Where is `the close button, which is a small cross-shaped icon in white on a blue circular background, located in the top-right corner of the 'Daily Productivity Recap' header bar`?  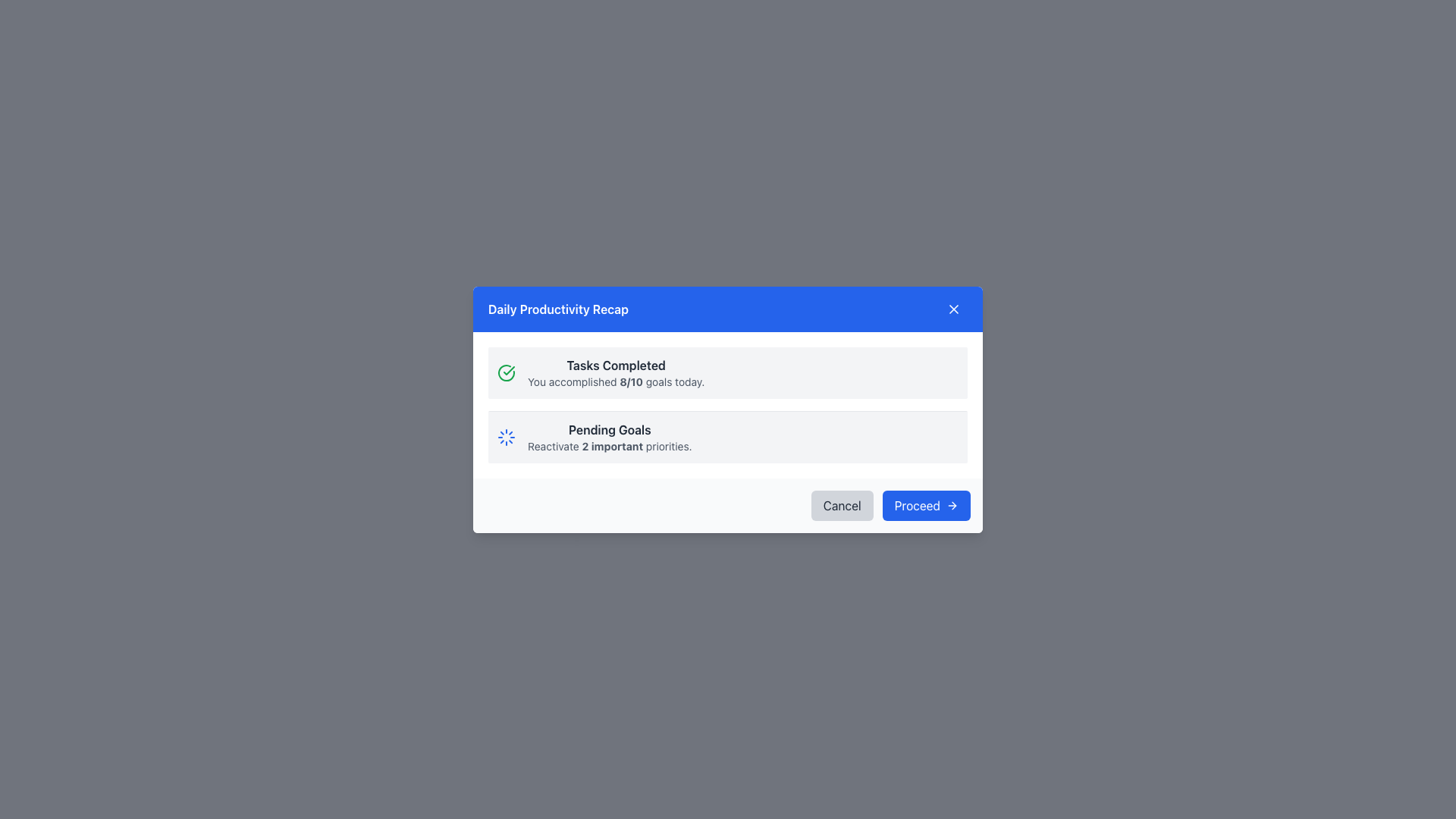
the close button, which is a small cross-shaped icon in white on a blue circular background, located in the top-right corner of the 'Daily Productivity Recap' header bar is located at coordinates (952, 308).